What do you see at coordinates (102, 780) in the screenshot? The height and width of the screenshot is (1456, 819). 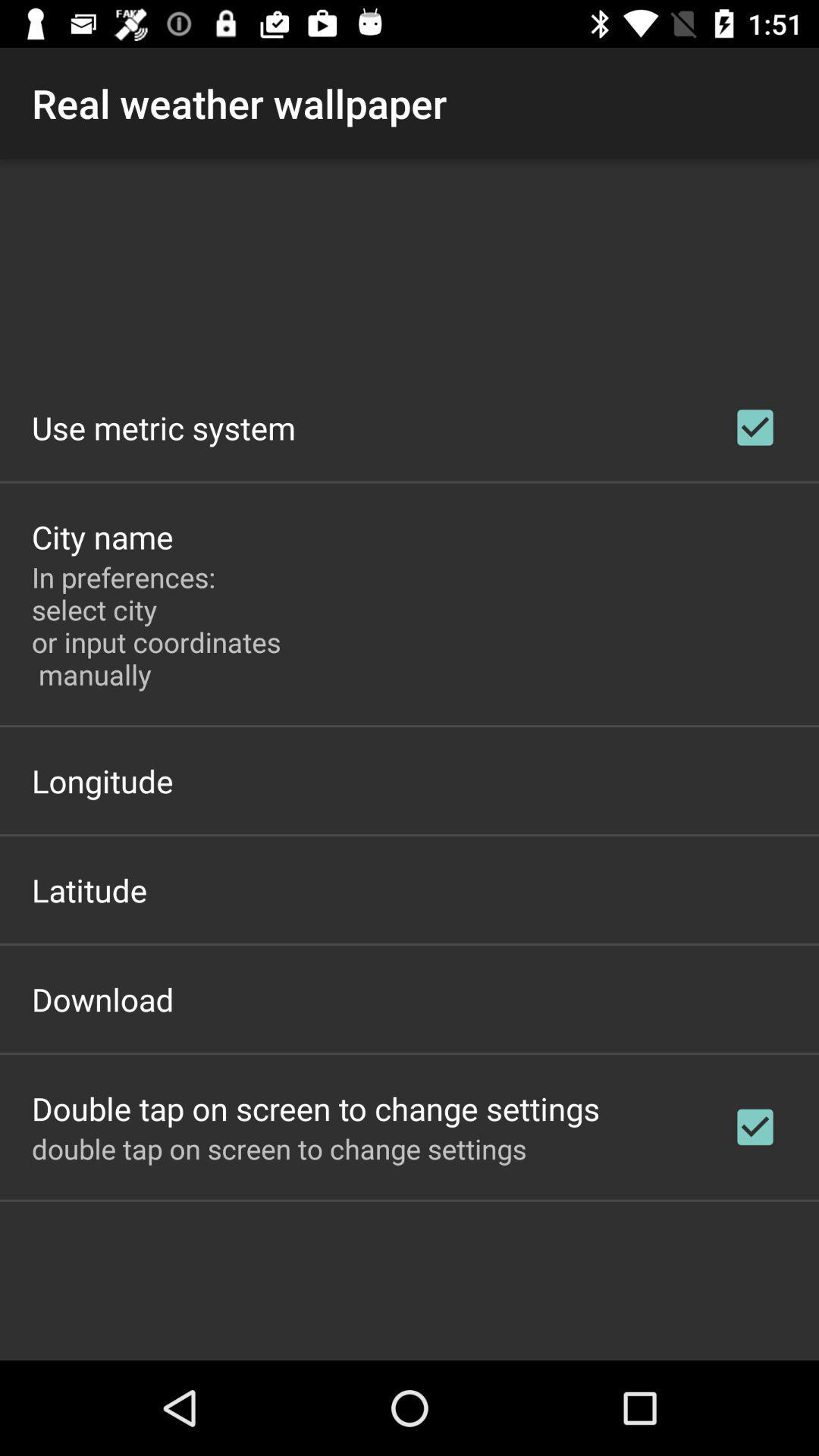 I see `longitude app` at bounding box center [102, 780].